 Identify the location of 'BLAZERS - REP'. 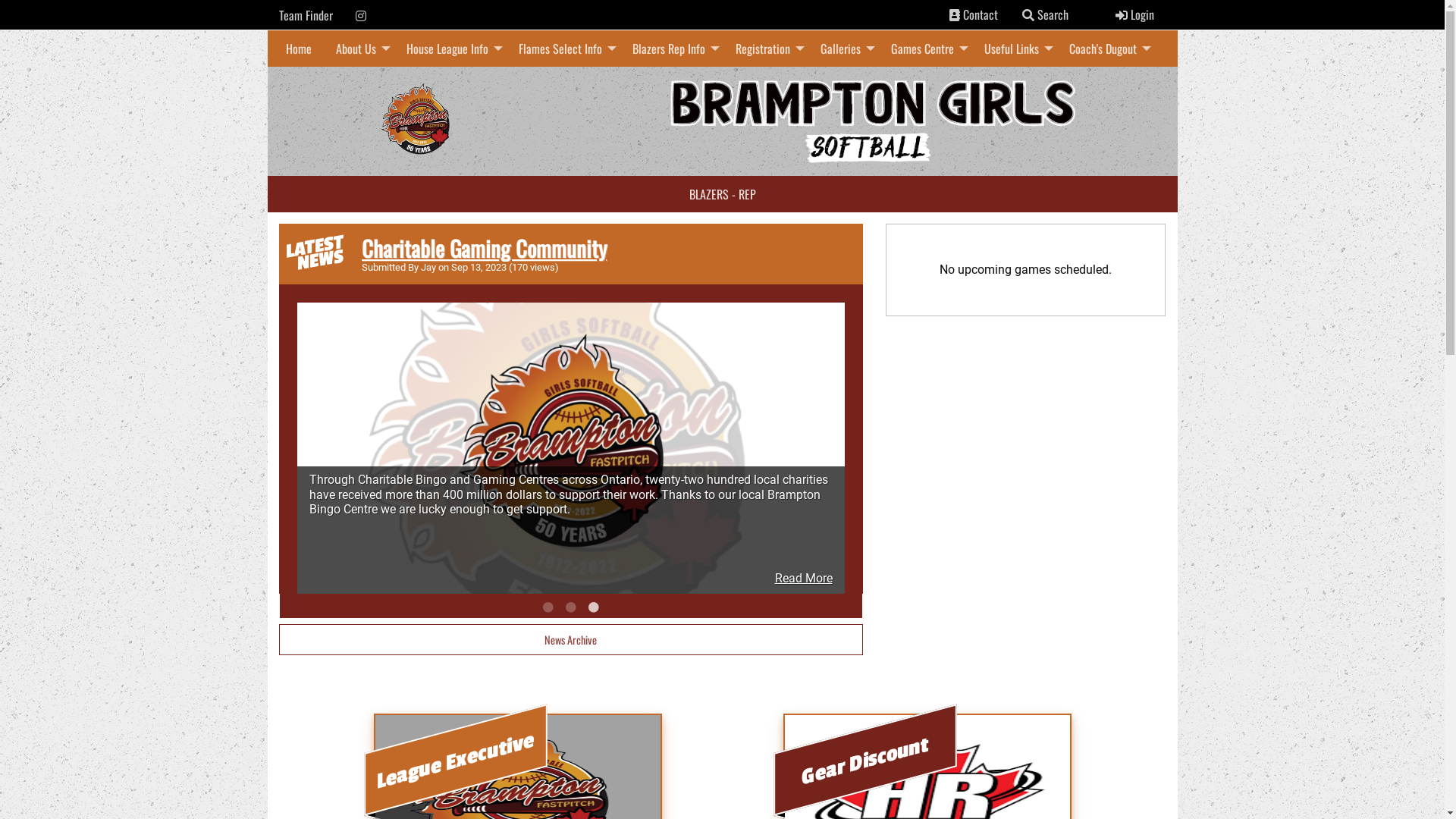
(720, 193).